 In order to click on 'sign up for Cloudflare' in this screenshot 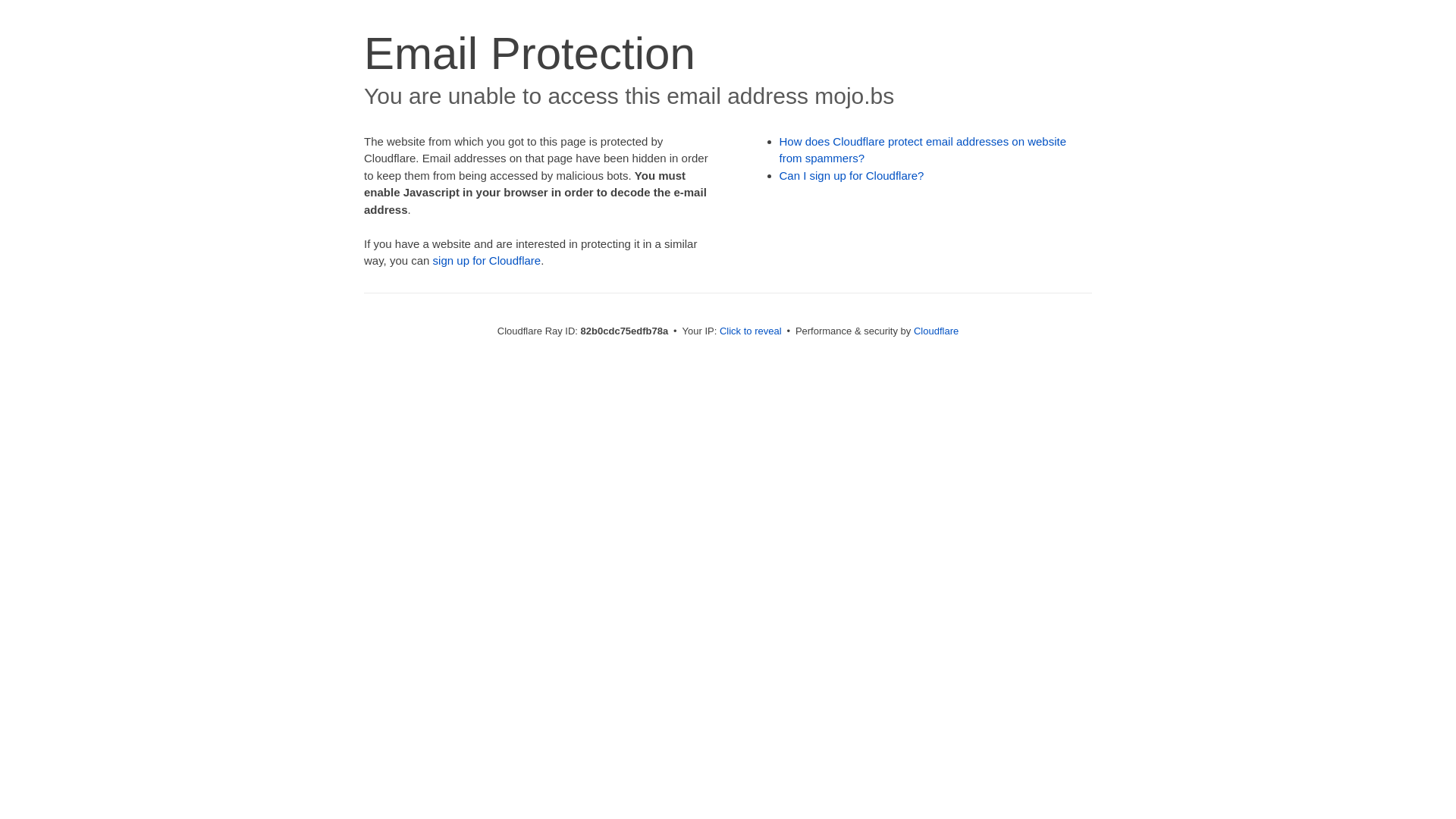, I will do `click(432, 259)`.